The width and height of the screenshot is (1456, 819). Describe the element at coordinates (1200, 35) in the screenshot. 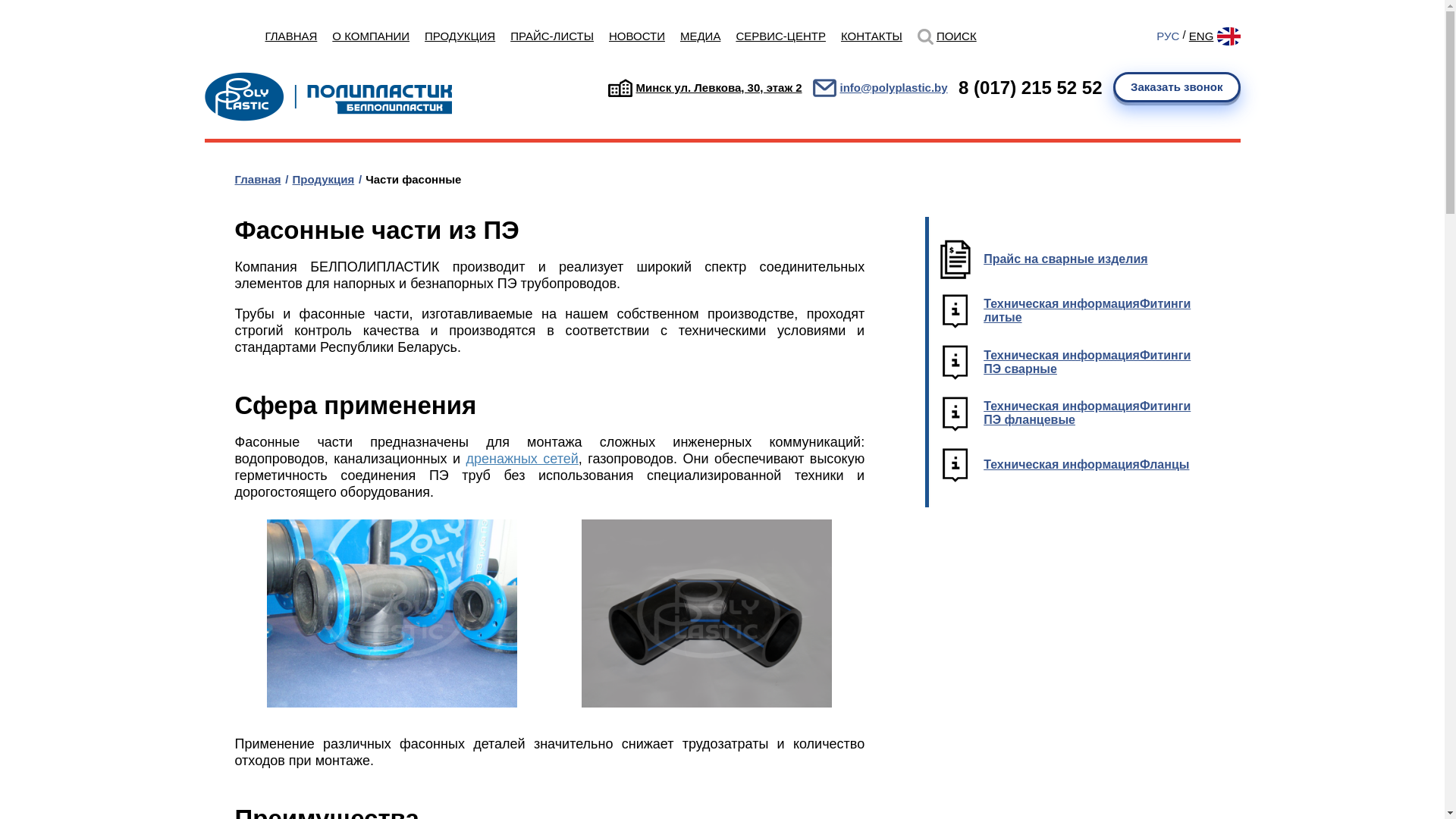

I see `'ENG'` at that location.